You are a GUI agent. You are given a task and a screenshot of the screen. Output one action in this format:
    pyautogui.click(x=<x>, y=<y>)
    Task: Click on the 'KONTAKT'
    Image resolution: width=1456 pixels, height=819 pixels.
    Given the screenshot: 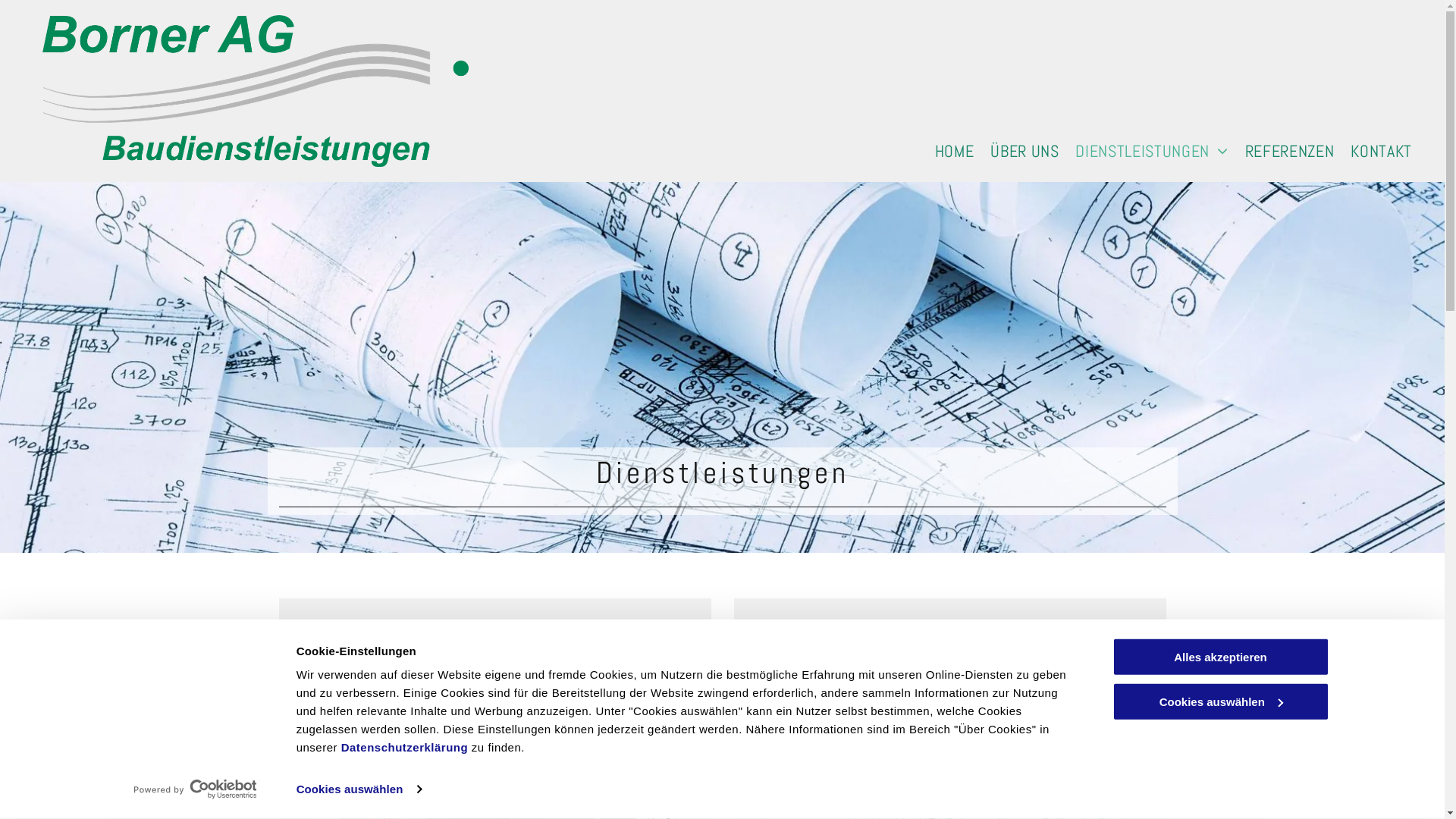 What is the action you would take?
    pyautogui.click(x=1343, y=151)
    